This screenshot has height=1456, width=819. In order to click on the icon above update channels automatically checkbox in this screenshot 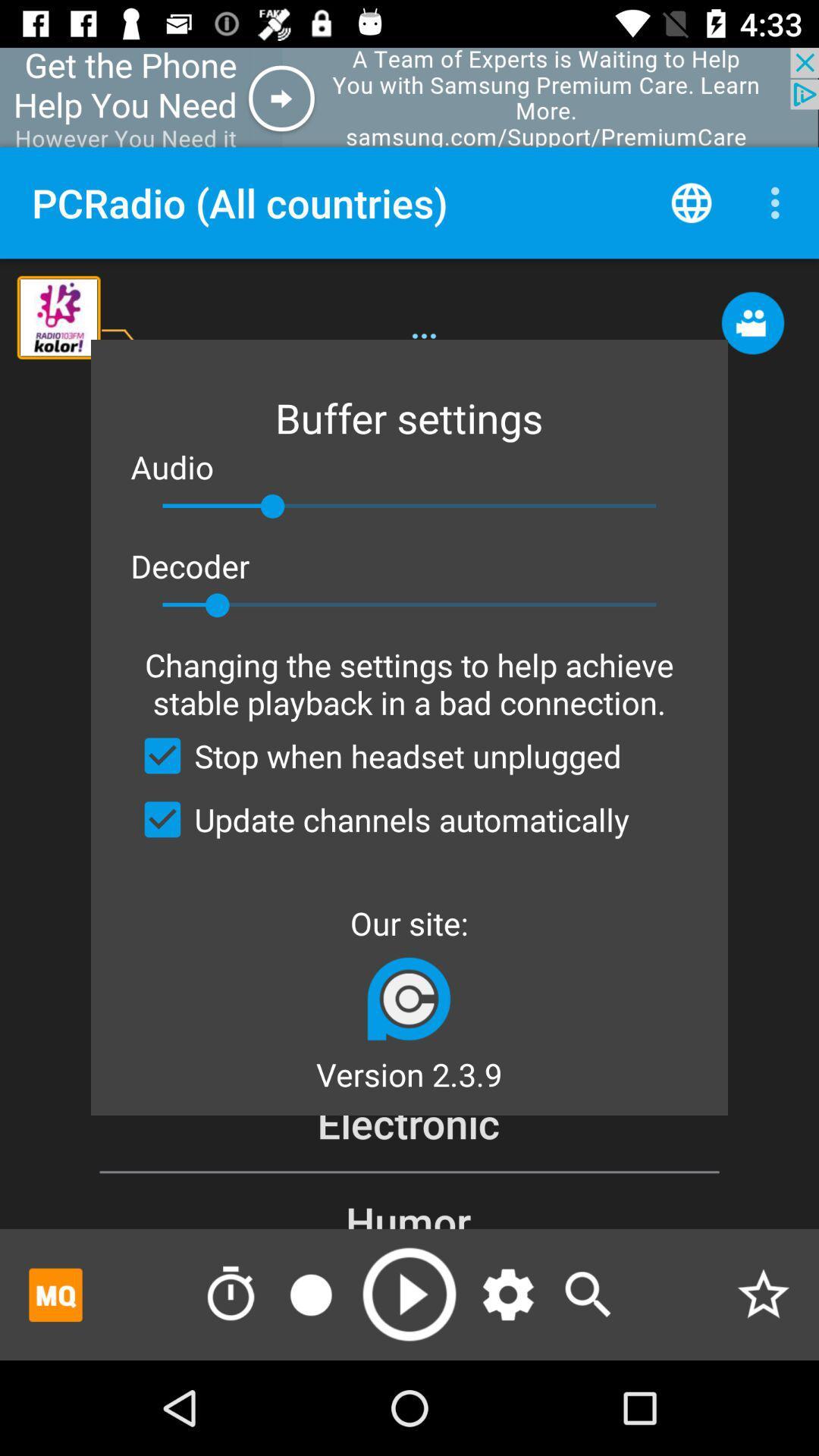, I will do `click(375, 755)`.